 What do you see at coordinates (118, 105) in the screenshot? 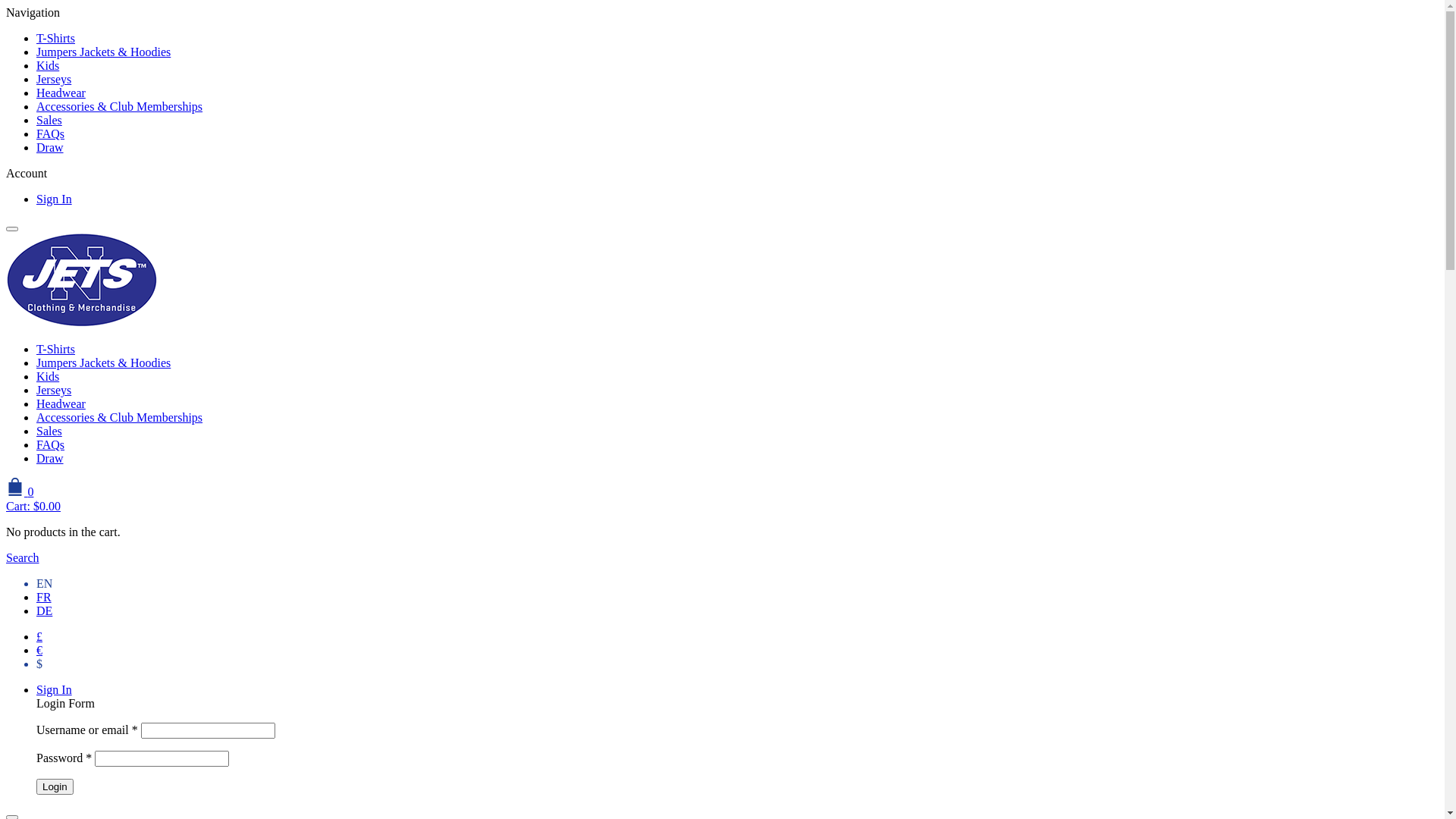
I see `'Accessories & Club Memberships'` at bounding box center [118, 105].